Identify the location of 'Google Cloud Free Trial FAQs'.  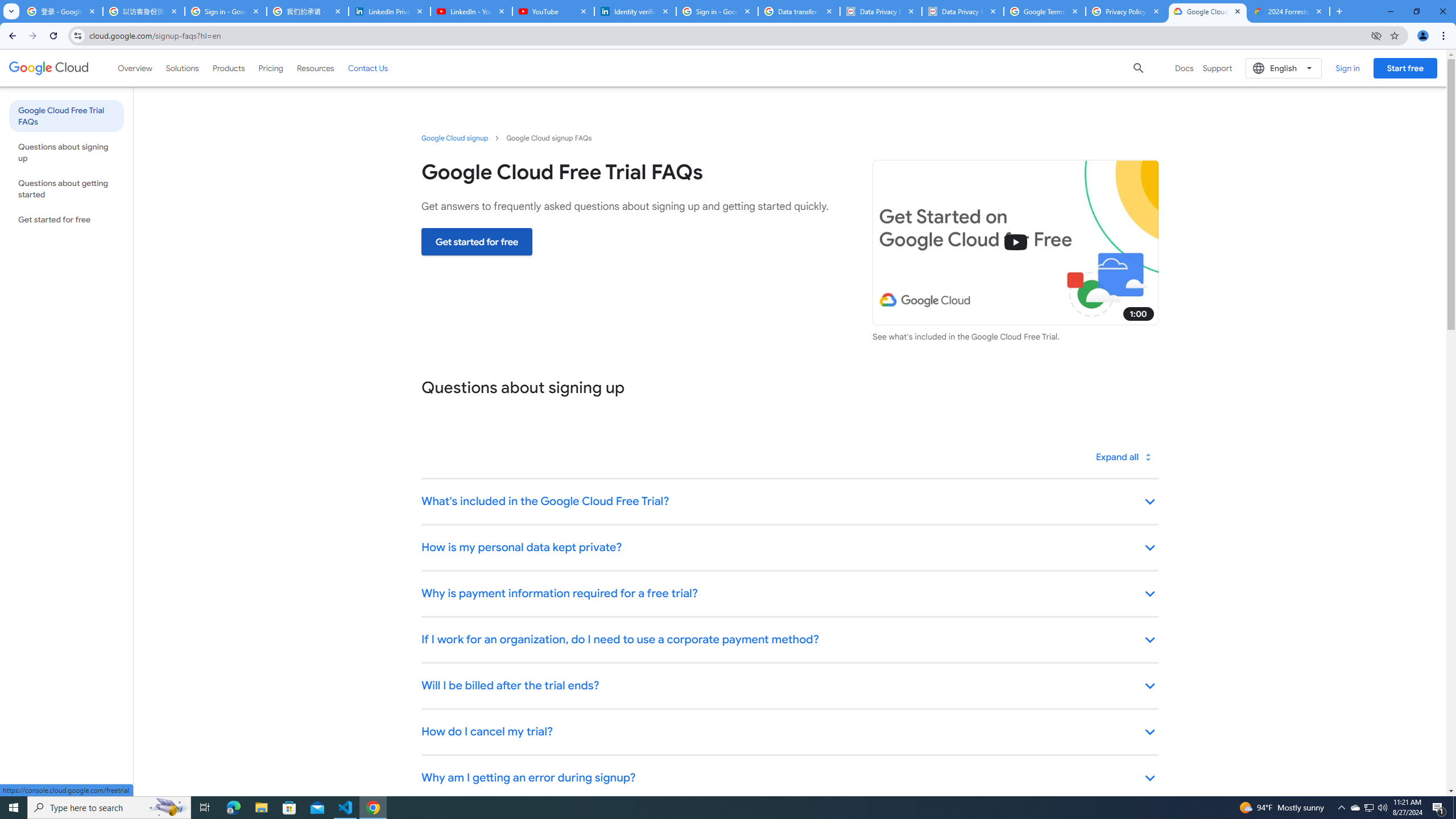
(65, 115).